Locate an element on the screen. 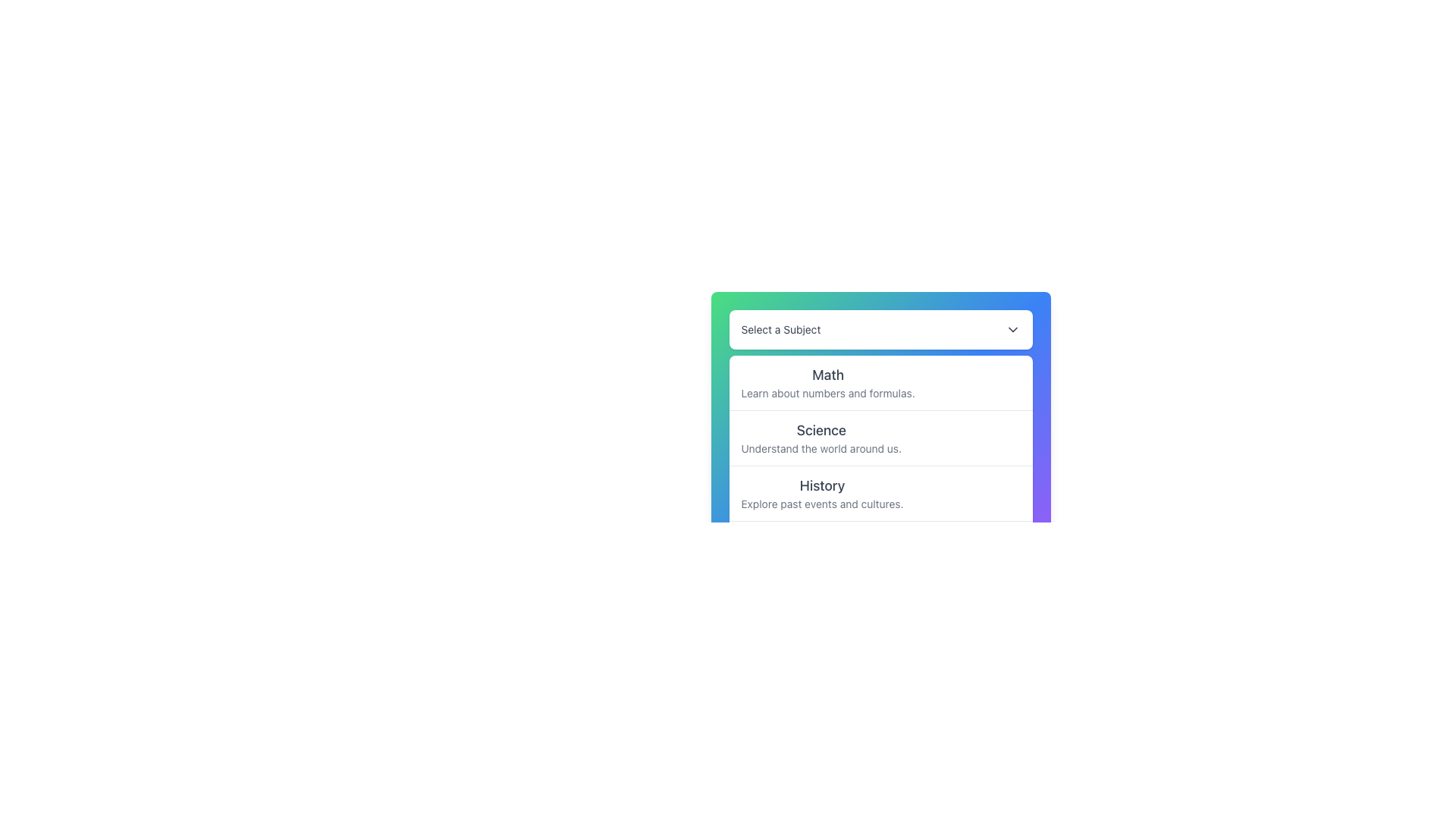 This screenshot has height=819, width=1456. the primary title text label for the 'Math' category, which is positioned at the top of the list section in the interface is located at coordinates (827, 375).